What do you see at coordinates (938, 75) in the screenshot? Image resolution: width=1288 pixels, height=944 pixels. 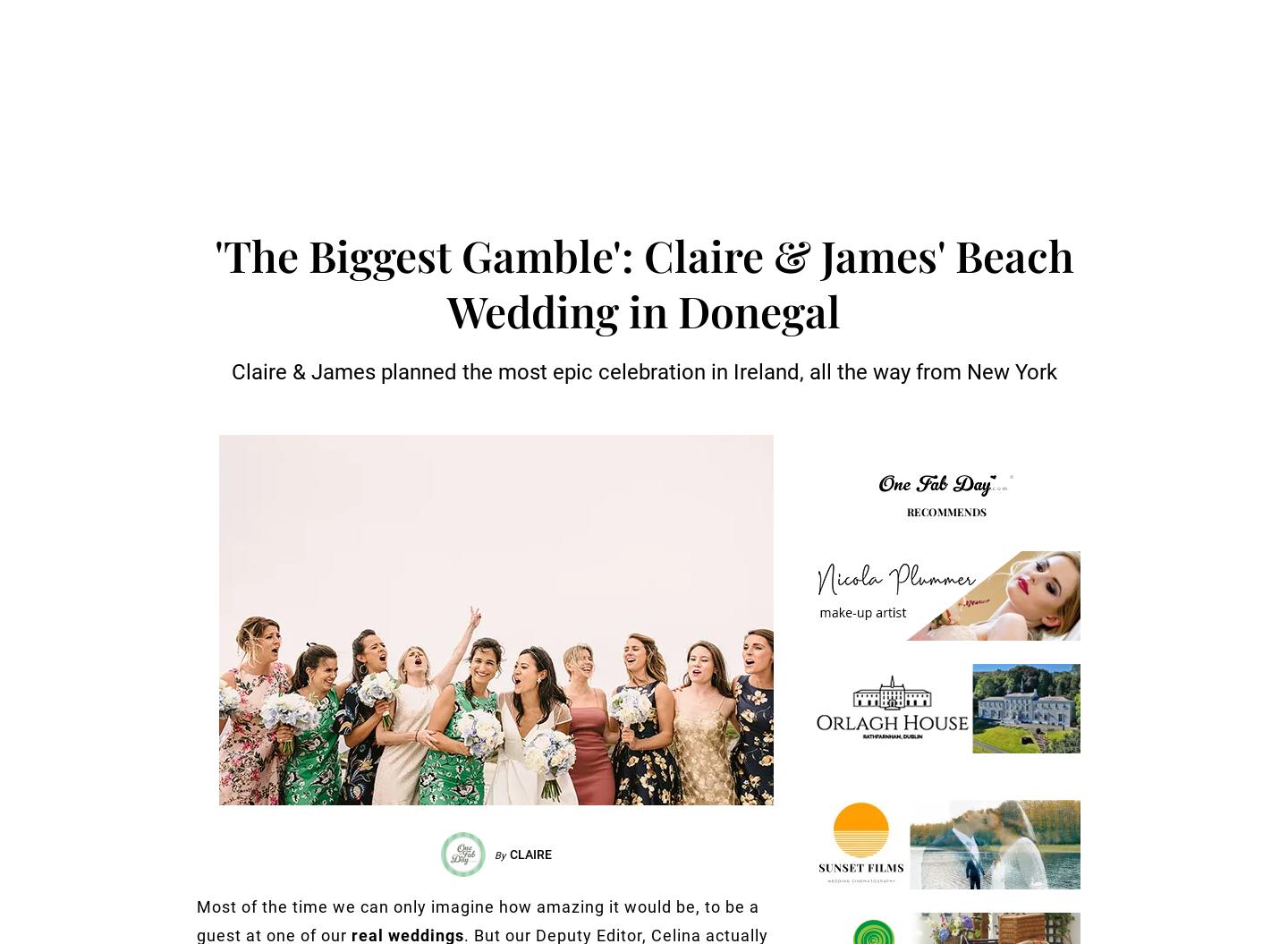 I see `'Wedding Essentials'` at bounding box center [938, 75].